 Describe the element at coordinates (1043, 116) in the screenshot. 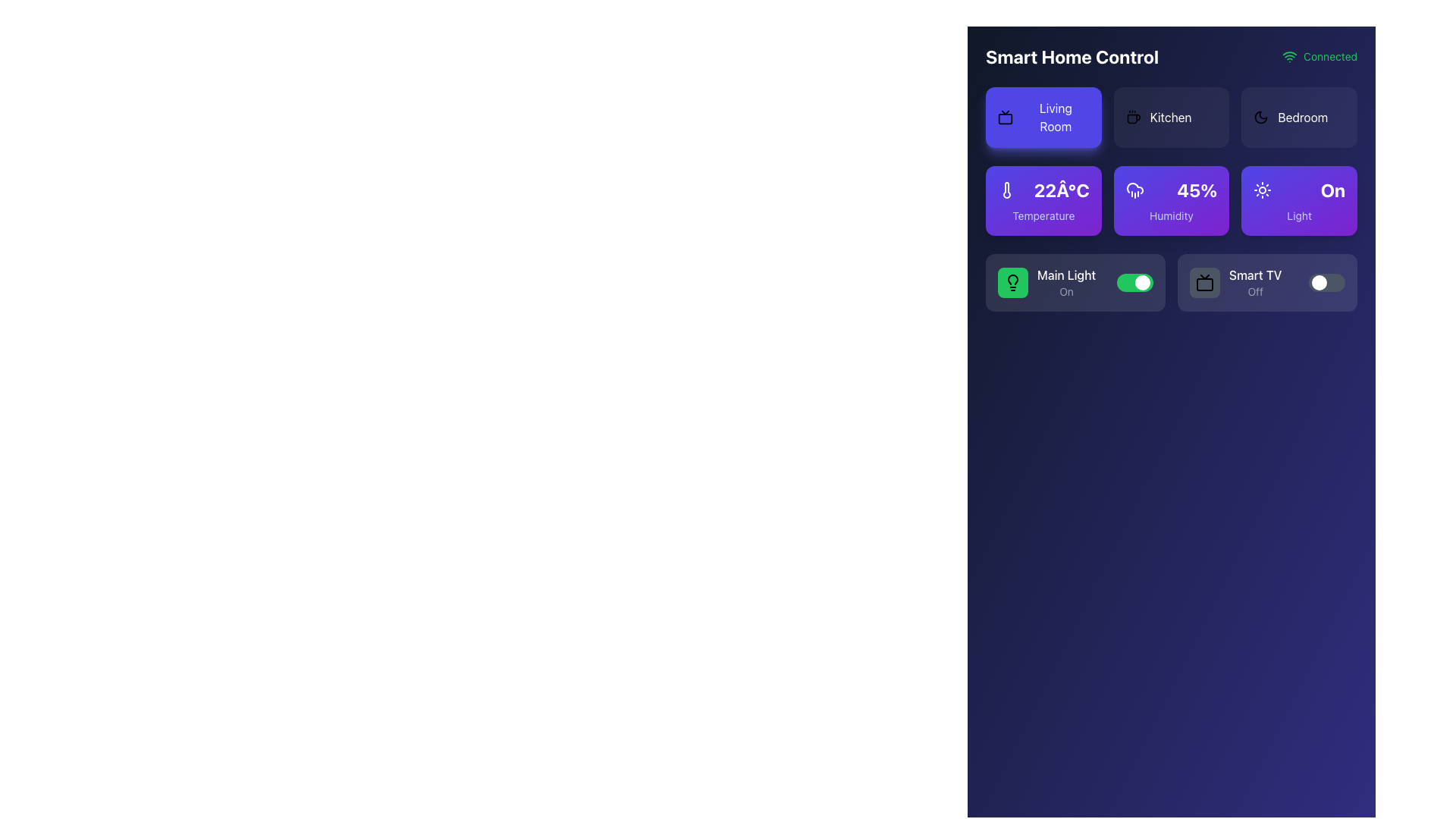

I see `the 'Living Room' button, which is the first card in a row of three cards located at the top left corner` at that location.